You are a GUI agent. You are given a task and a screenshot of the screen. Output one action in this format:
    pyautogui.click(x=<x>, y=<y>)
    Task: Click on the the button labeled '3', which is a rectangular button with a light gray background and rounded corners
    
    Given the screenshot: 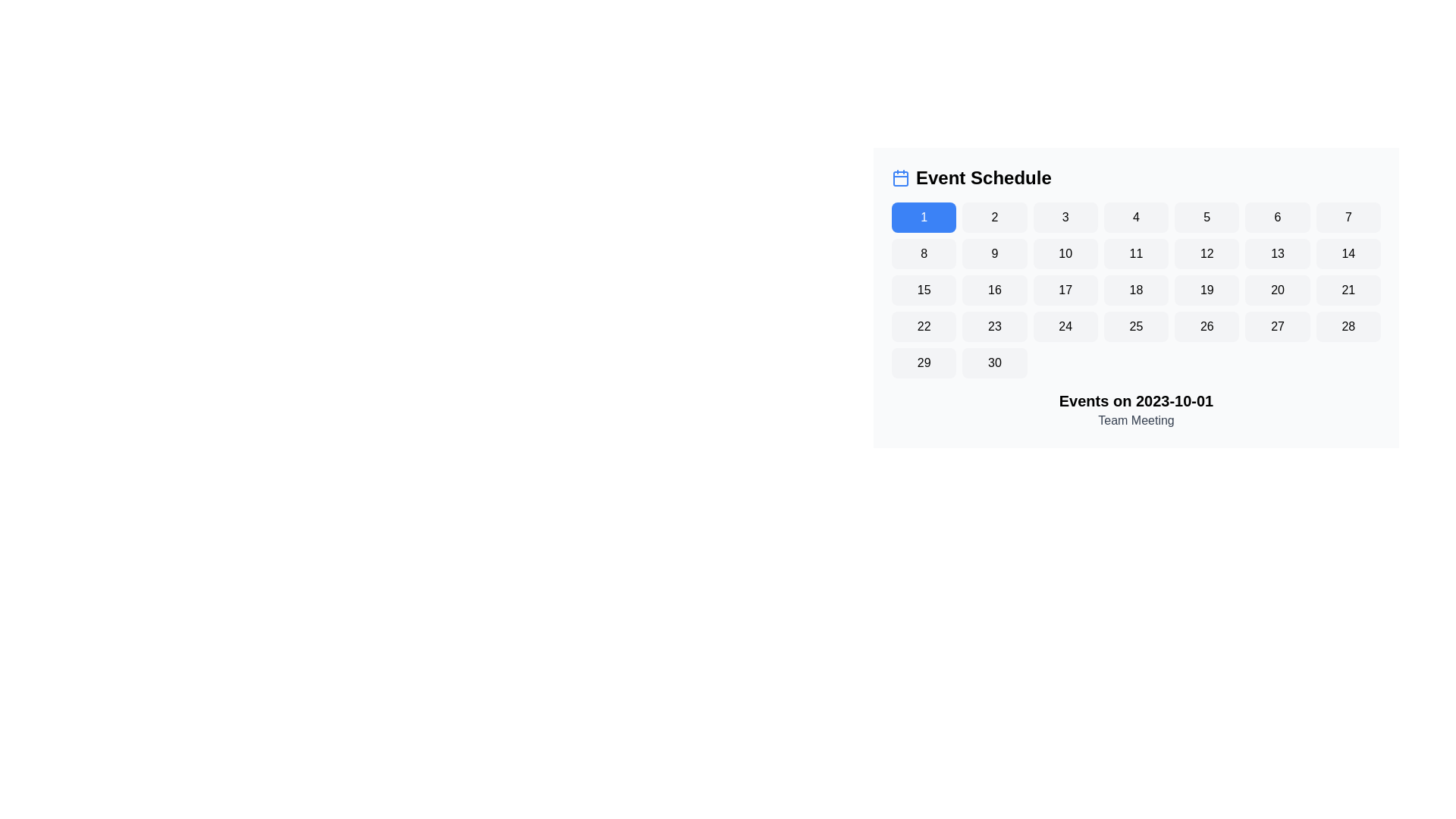 What is the action you would take?
    pyautogui.click(x=1065, y=217)
    